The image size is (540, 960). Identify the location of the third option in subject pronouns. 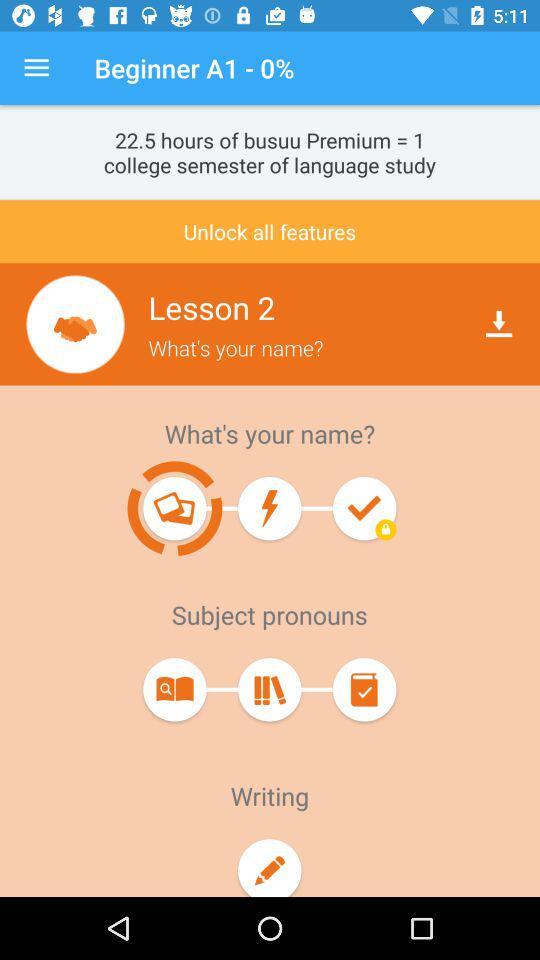
(363, 689).